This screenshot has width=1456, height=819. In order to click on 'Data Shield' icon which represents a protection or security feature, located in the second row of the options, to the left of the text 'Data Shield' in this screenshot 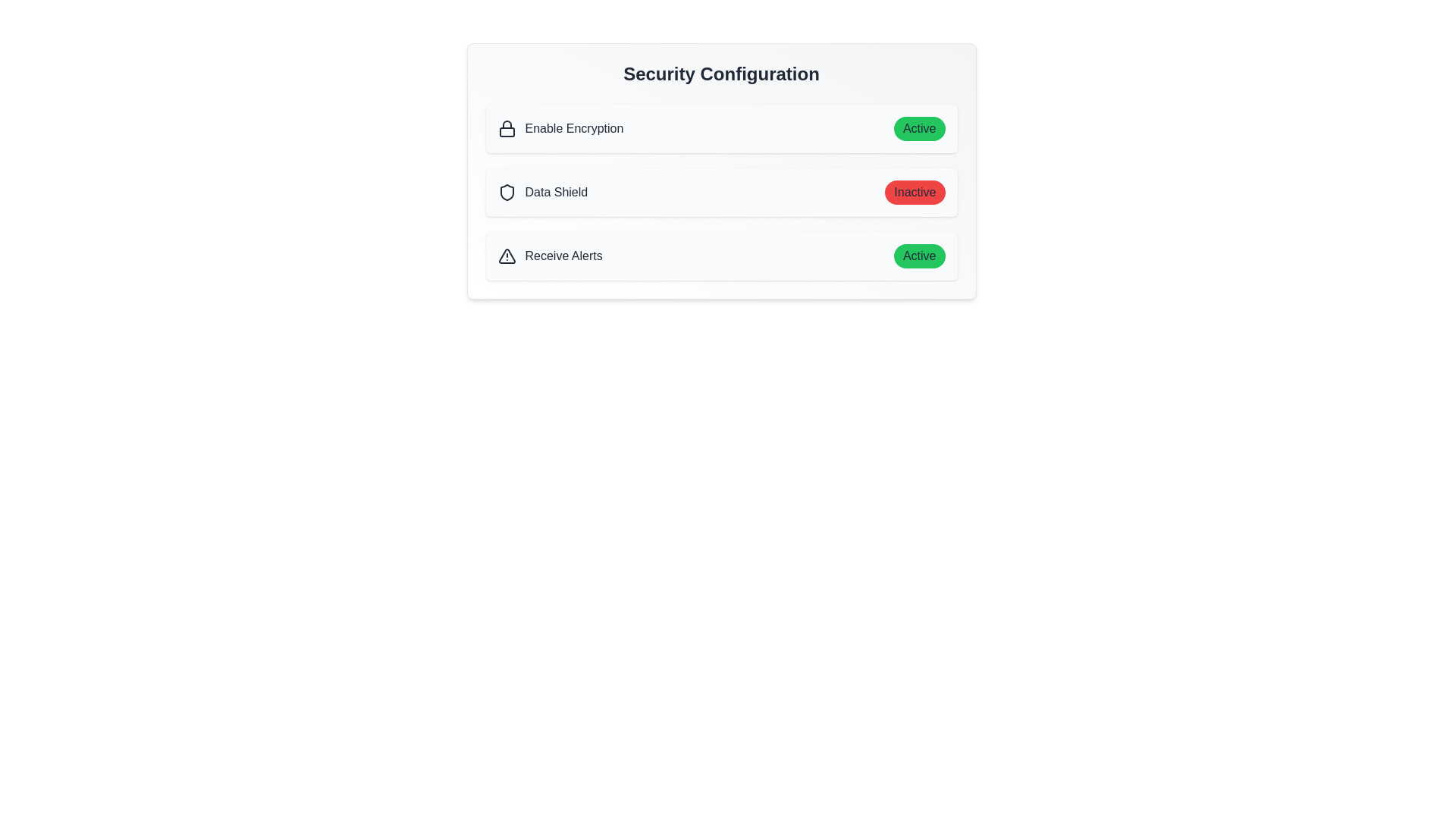, I will do `click(507, 192)`.